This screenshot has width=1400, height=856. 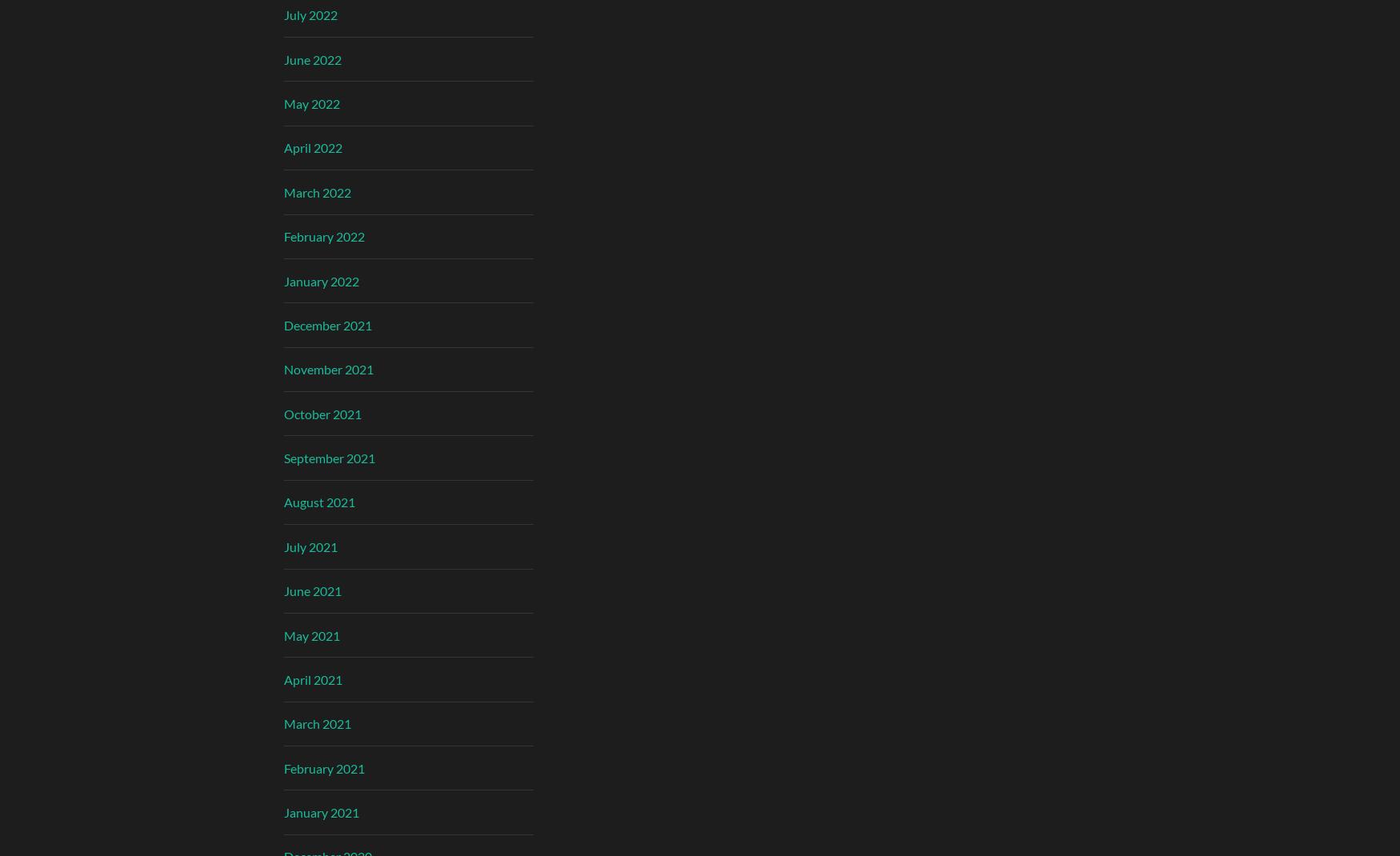 What do you see at coordinates (328, 369) in the screenshot?
I see `'November 2021'` at bounding box center [328, 369].